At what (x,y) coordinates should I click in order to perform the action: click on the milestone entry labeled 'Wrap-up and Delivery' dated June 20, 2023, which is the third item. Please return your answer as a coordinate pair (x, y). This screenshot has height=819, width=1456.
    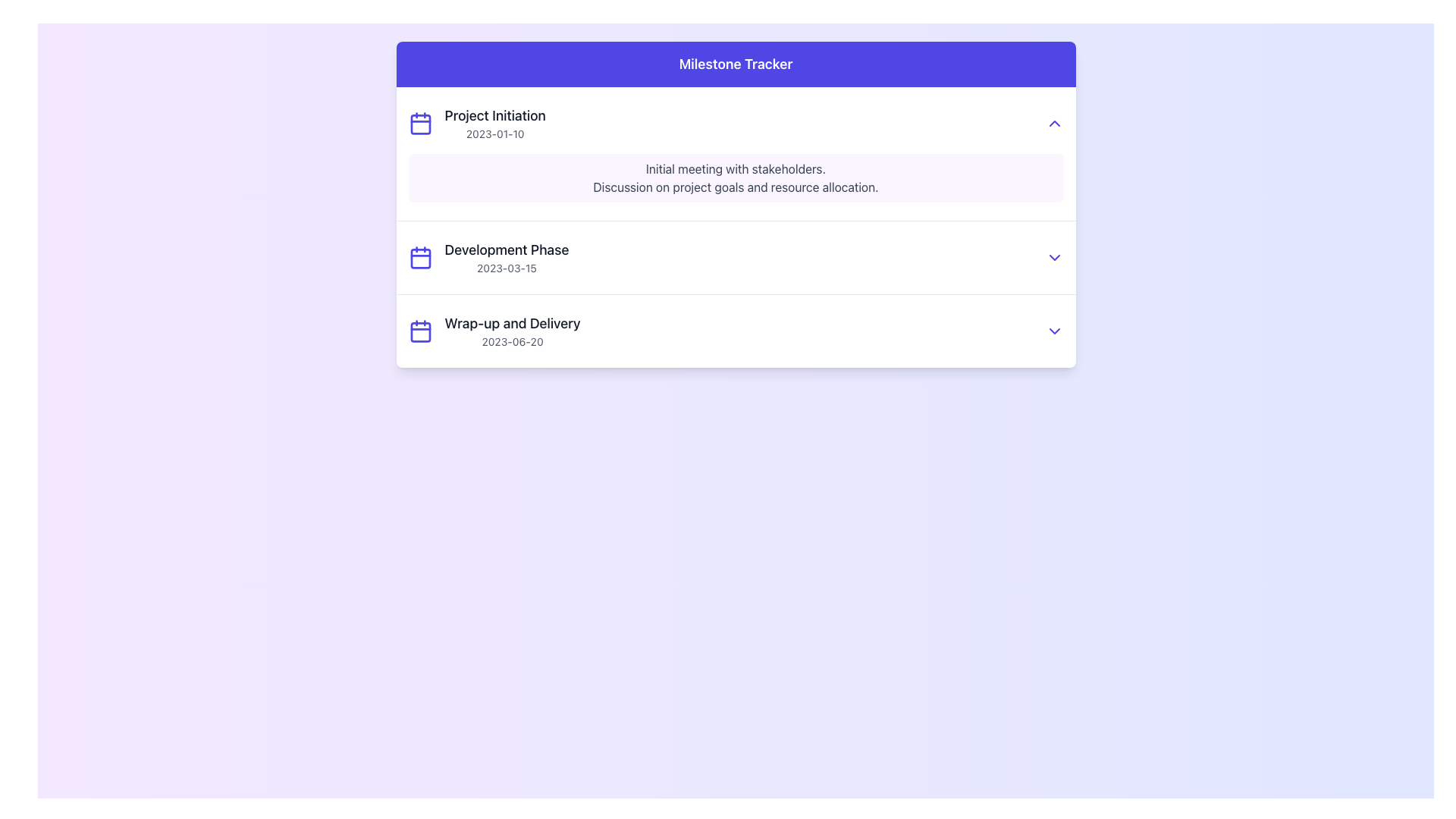
    Looking at the image, I should click on (736, 330).